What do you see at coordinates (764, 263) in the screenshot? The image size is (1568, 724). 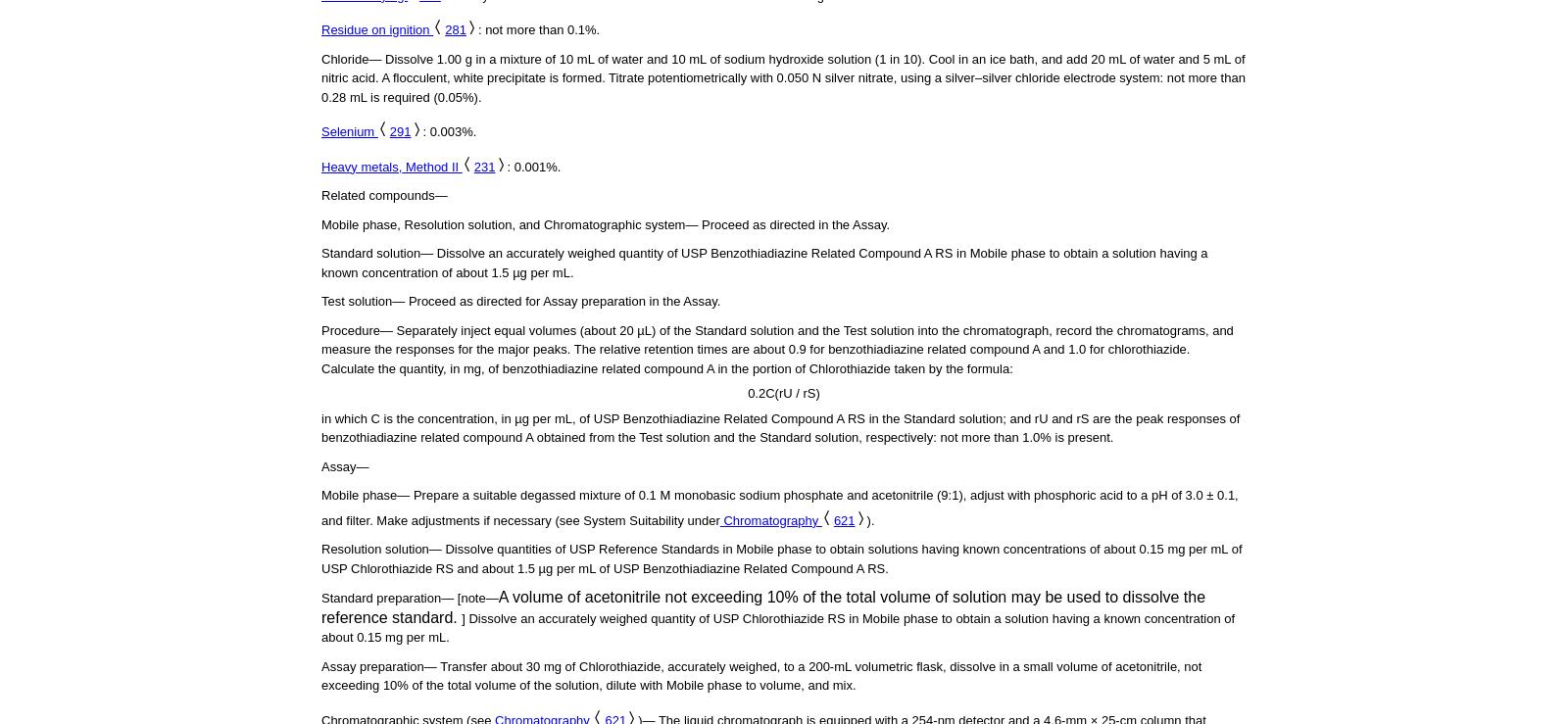 I see `'to obtain a solution having a known concentration of about 1.5 µg per mL.'` at bounding box center [764, 263].